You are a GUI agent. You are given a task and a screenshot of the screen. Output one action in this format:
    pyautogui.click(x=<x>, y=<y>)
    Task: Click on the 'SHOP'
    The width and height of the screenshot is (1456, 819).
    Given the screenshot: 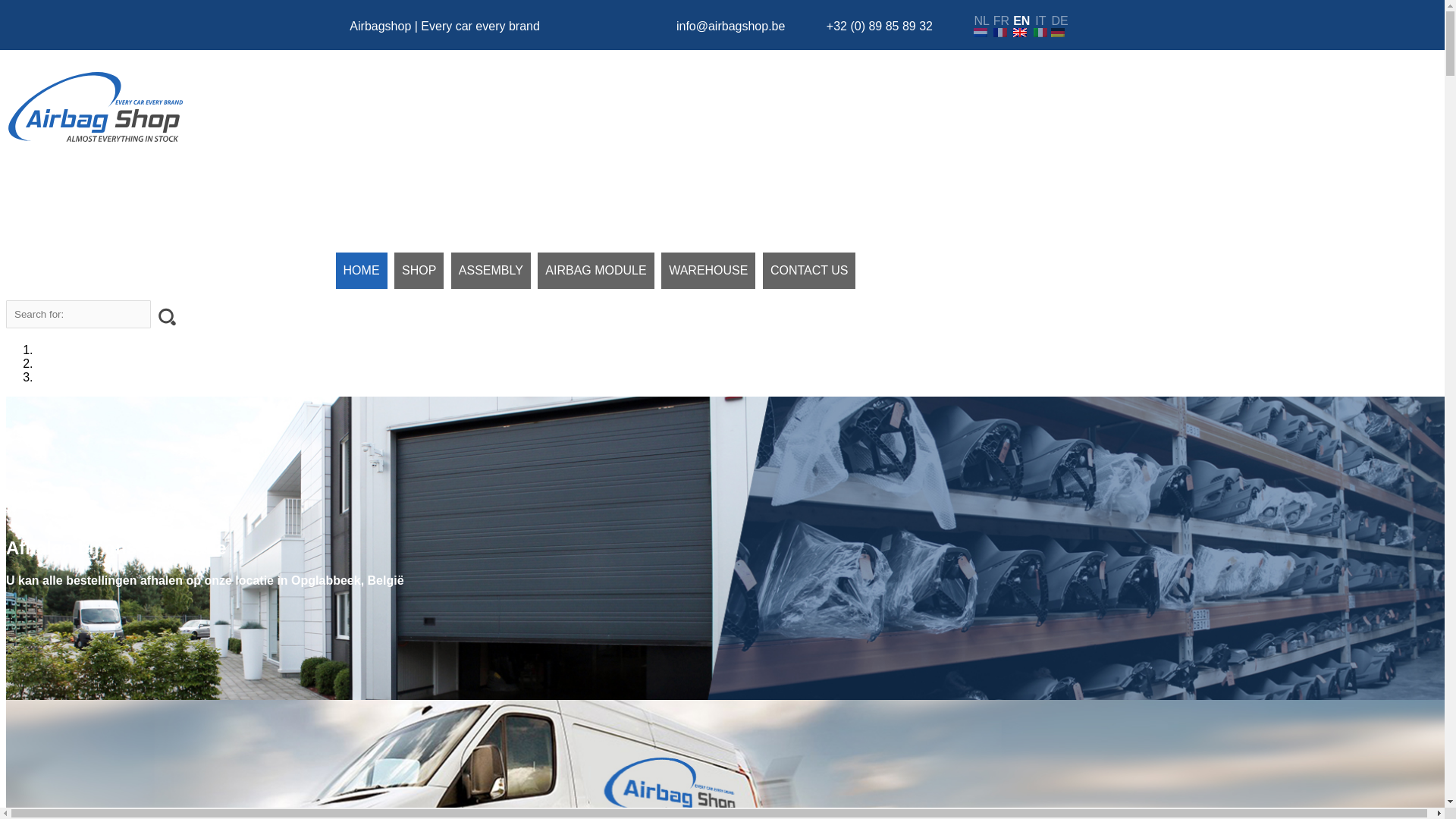 What is the action you would take?
    pyautogui.click(x=419, y=270)
    